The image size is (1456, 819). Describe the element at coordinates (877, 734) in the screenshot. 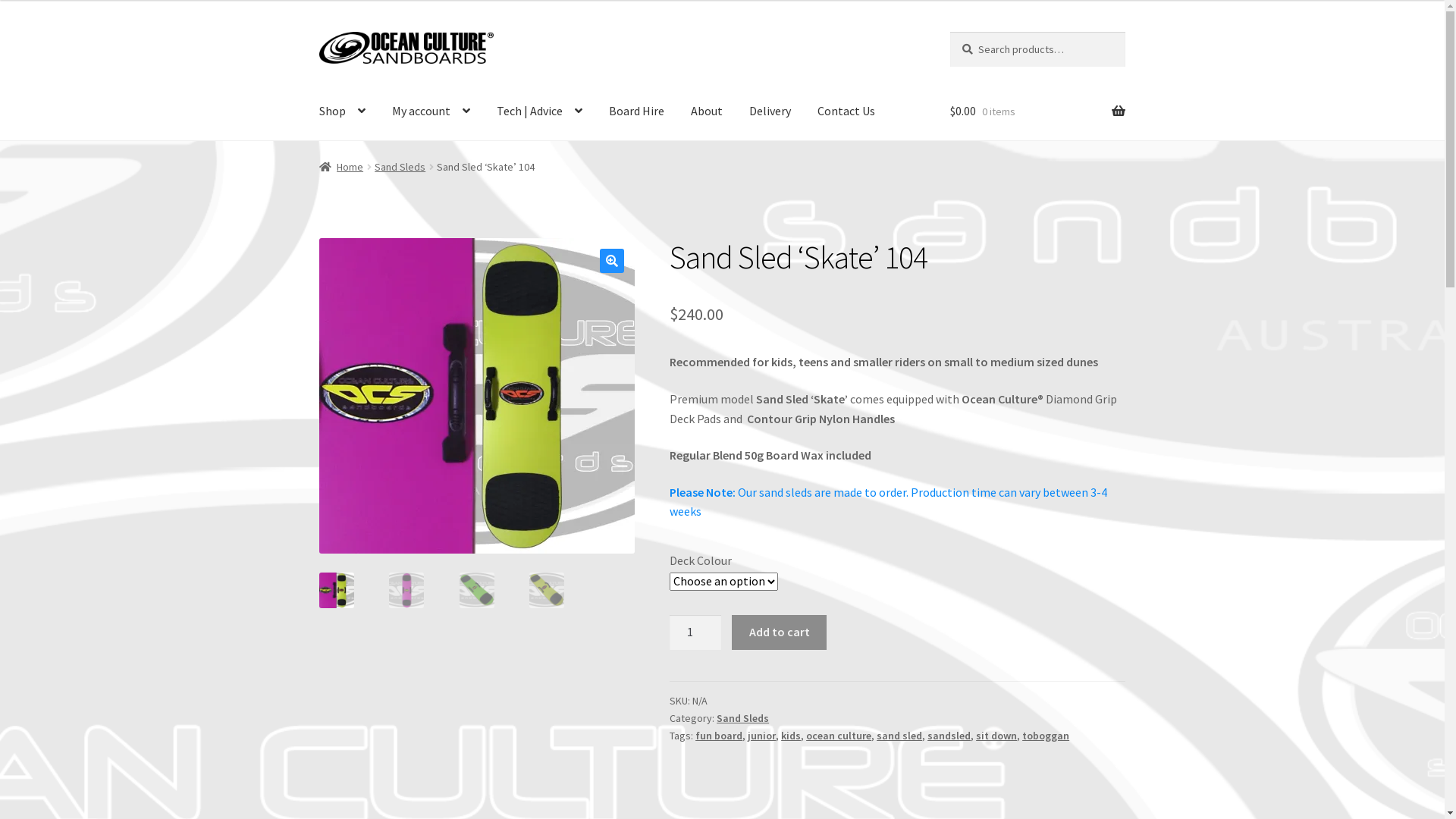

I see `'sand sled'` at that location.